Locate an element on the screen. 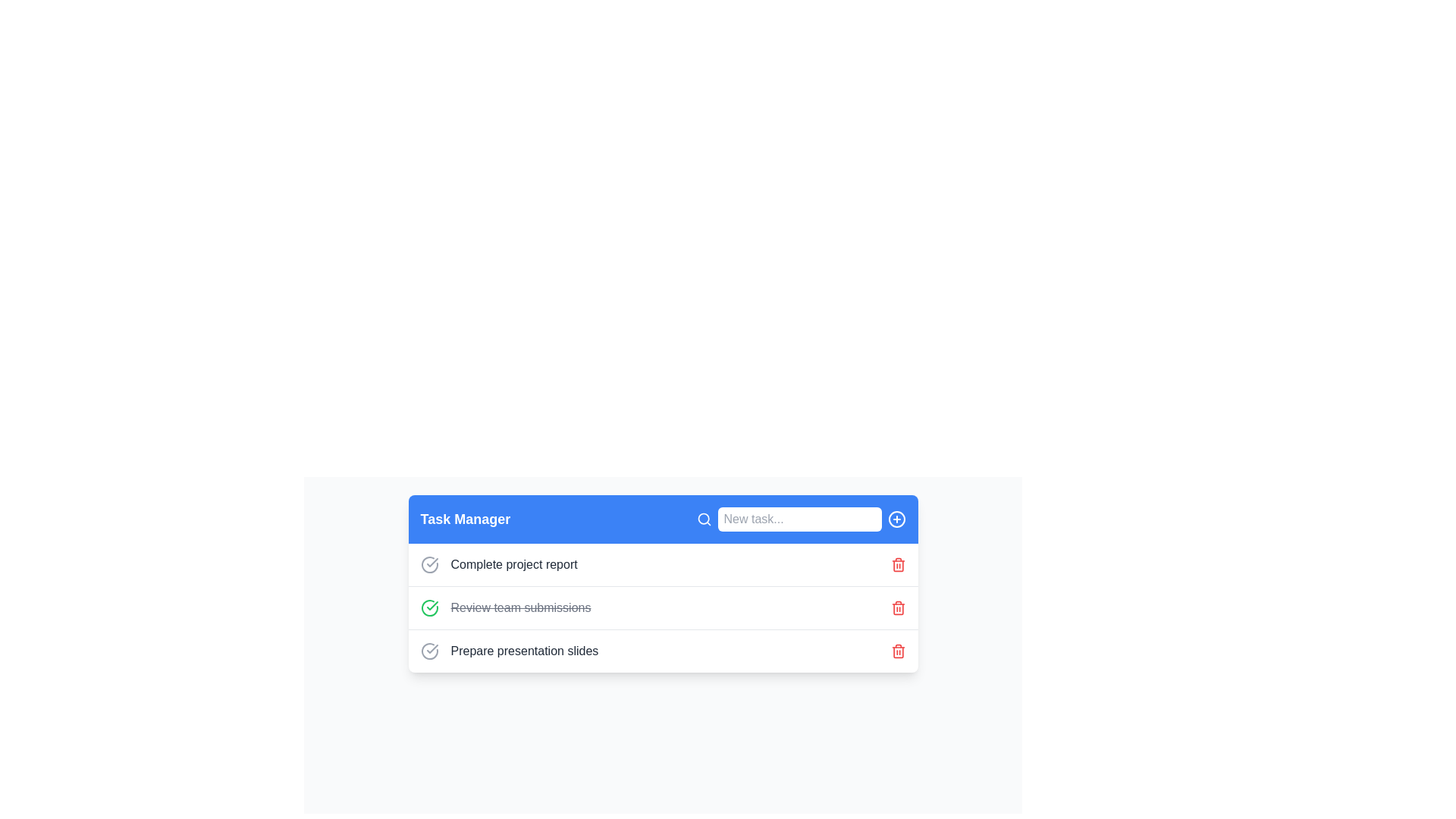 The image size is (1456, 819). the circular graphical icon with a green boundary that represents a check mark indicator, located to the left of the 'Review team submissions' task item in the task manager interface is located at coordinates (428, 607).